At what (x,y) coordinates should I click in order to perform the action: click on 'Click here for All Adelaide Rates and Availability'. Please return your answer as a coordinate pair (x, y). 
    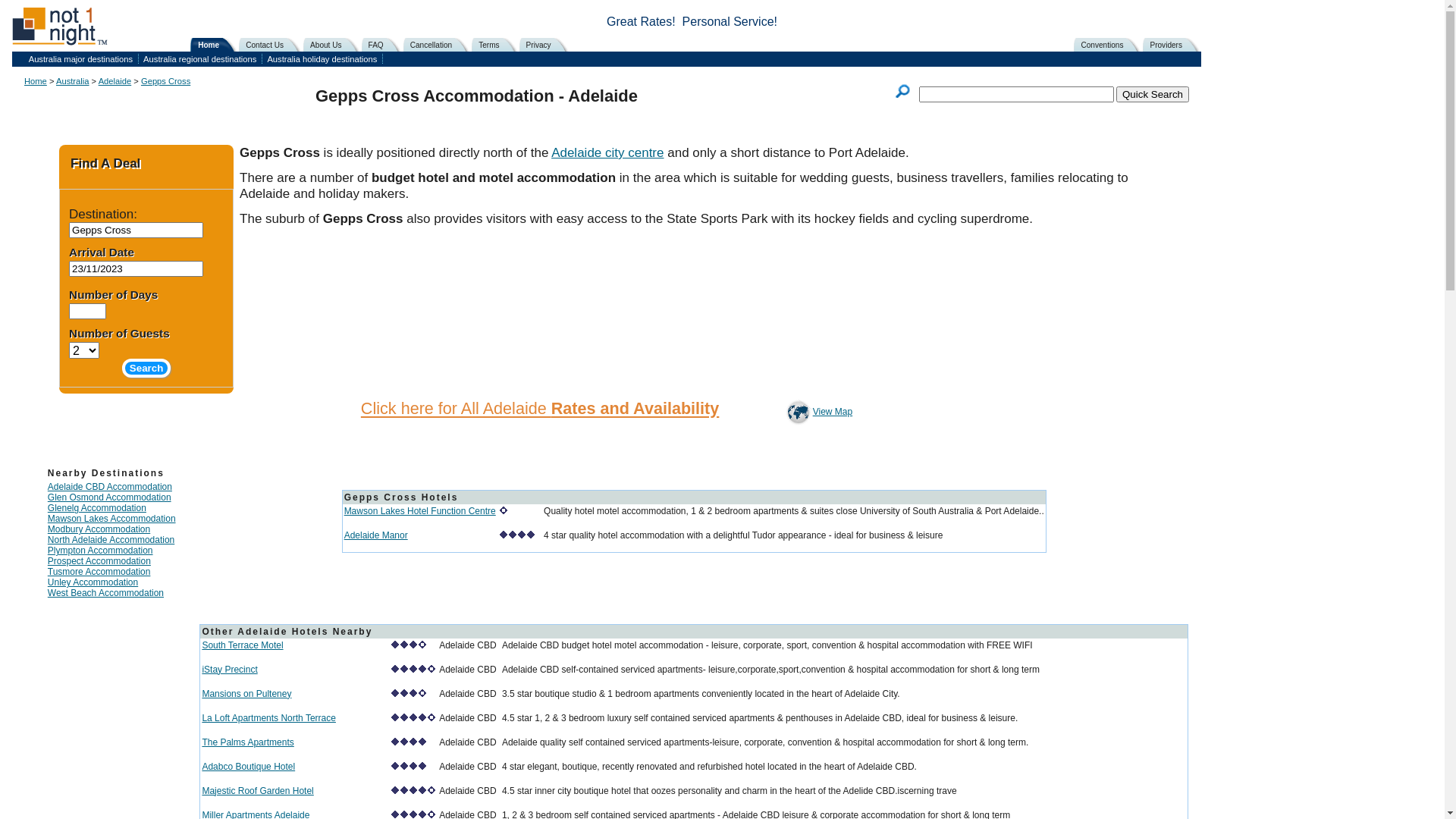
    Looking at the image, I should click on (539, 408).